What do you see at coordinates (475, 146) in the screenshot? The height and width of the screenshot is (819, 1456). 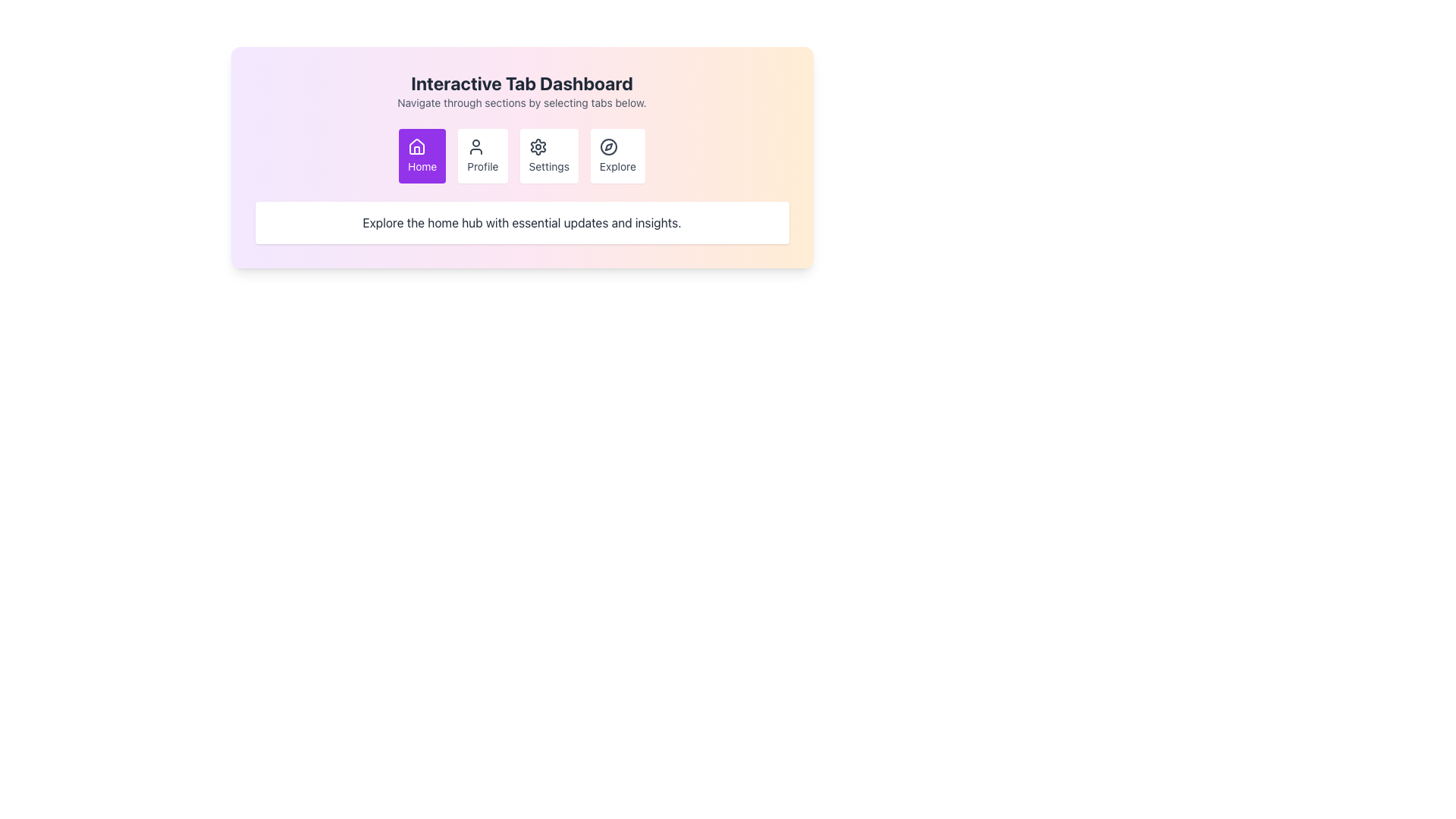 I see `the user profile icon within the 'Profile' button` at bounding box center [475, 146].